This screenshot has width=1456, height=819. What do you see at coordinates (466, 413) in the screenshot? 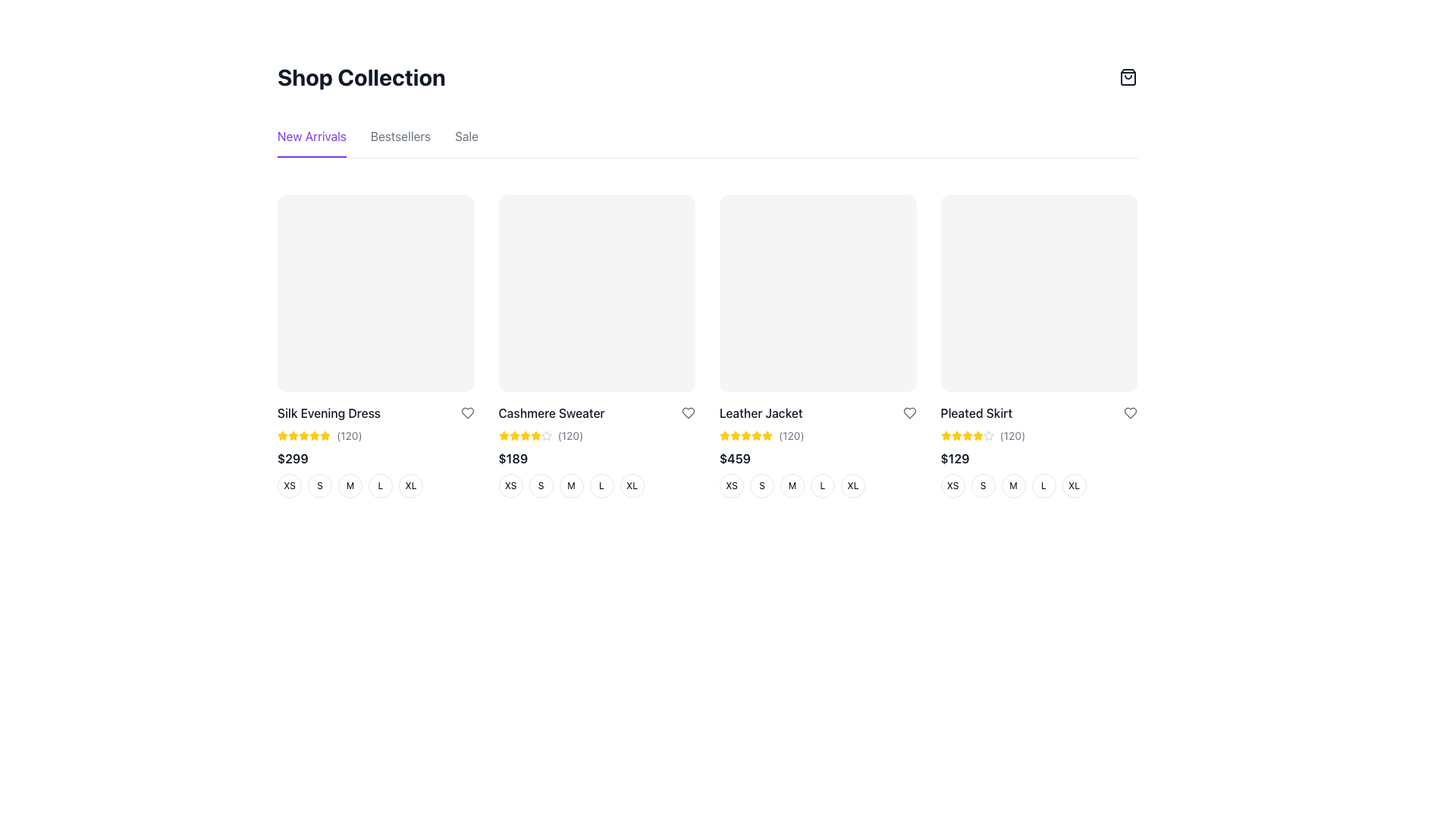
I see `the heart icon located in the second product card of the 'New Arrivals' section` at bounding box center [466, 413].